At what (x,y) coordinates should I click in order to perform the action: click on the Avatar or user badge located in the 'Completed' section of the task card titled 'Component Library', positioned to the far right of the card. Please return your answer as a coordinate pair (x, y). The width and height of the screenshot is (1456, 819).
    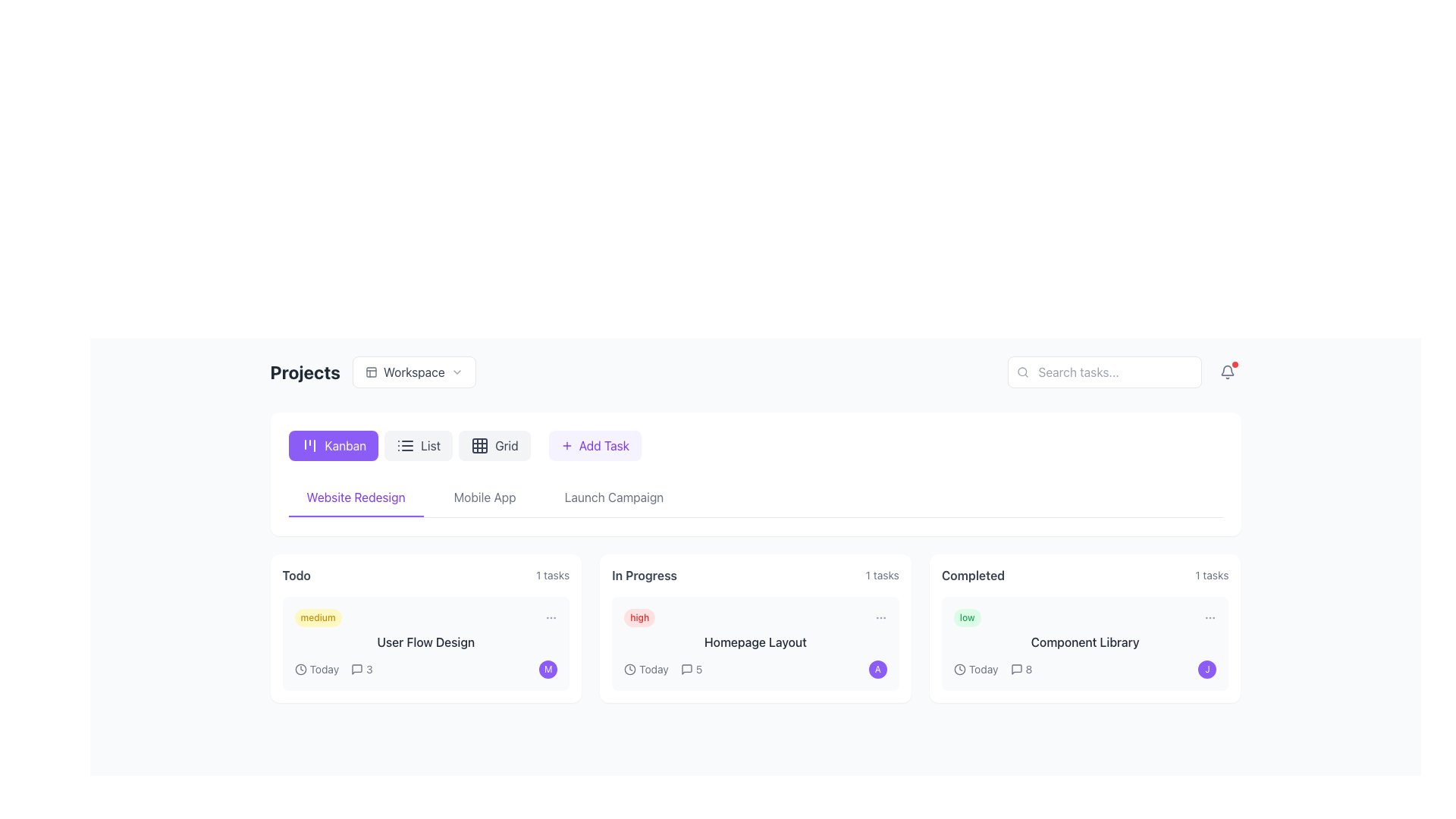
    Looking at the image, I should click on (1207, 669).